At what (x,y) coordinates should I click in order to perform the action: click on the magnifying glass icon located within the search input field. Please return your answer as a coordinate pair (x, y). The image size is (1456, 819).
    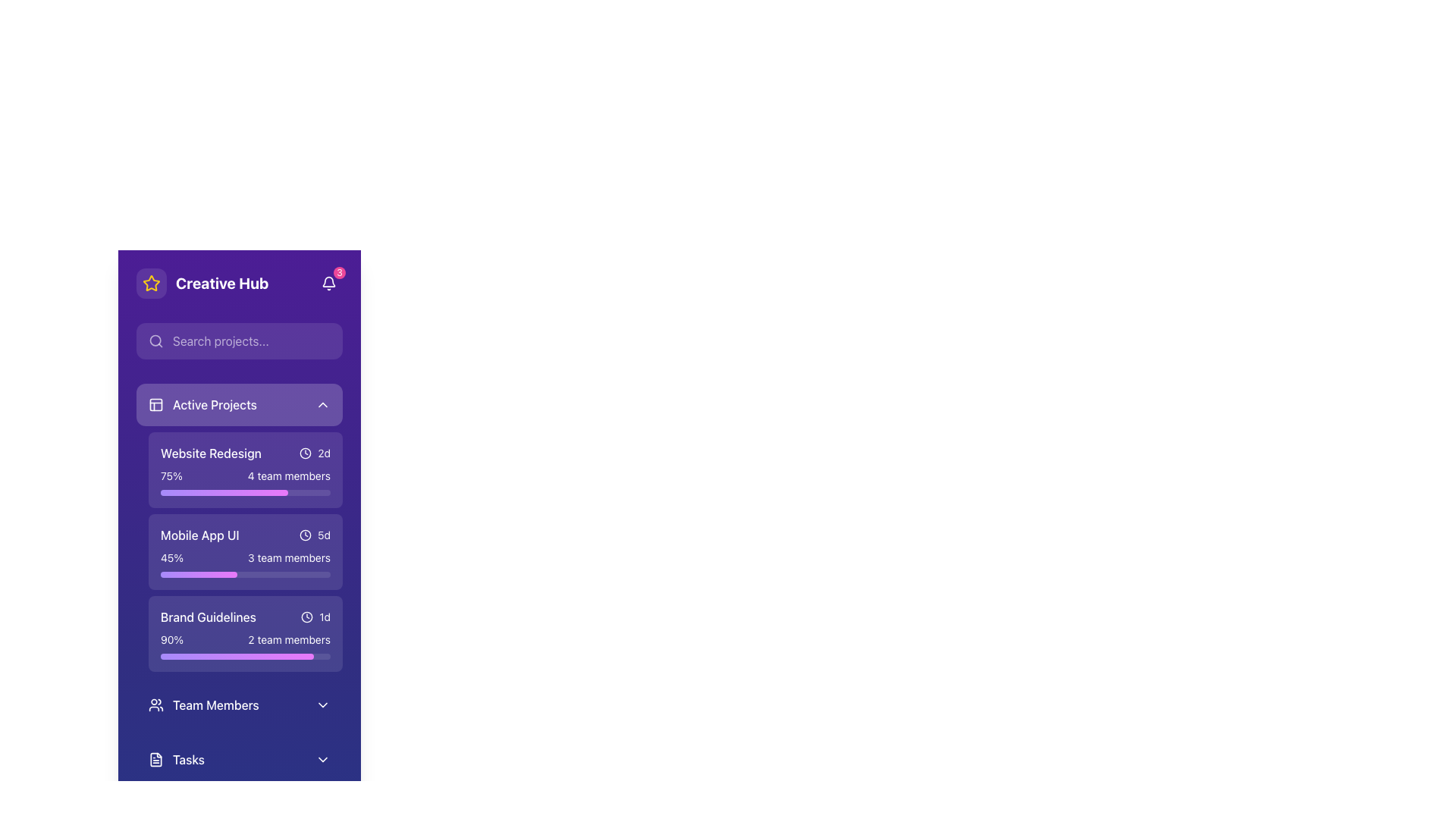
    Looking at the image, I should click on (156, 341).